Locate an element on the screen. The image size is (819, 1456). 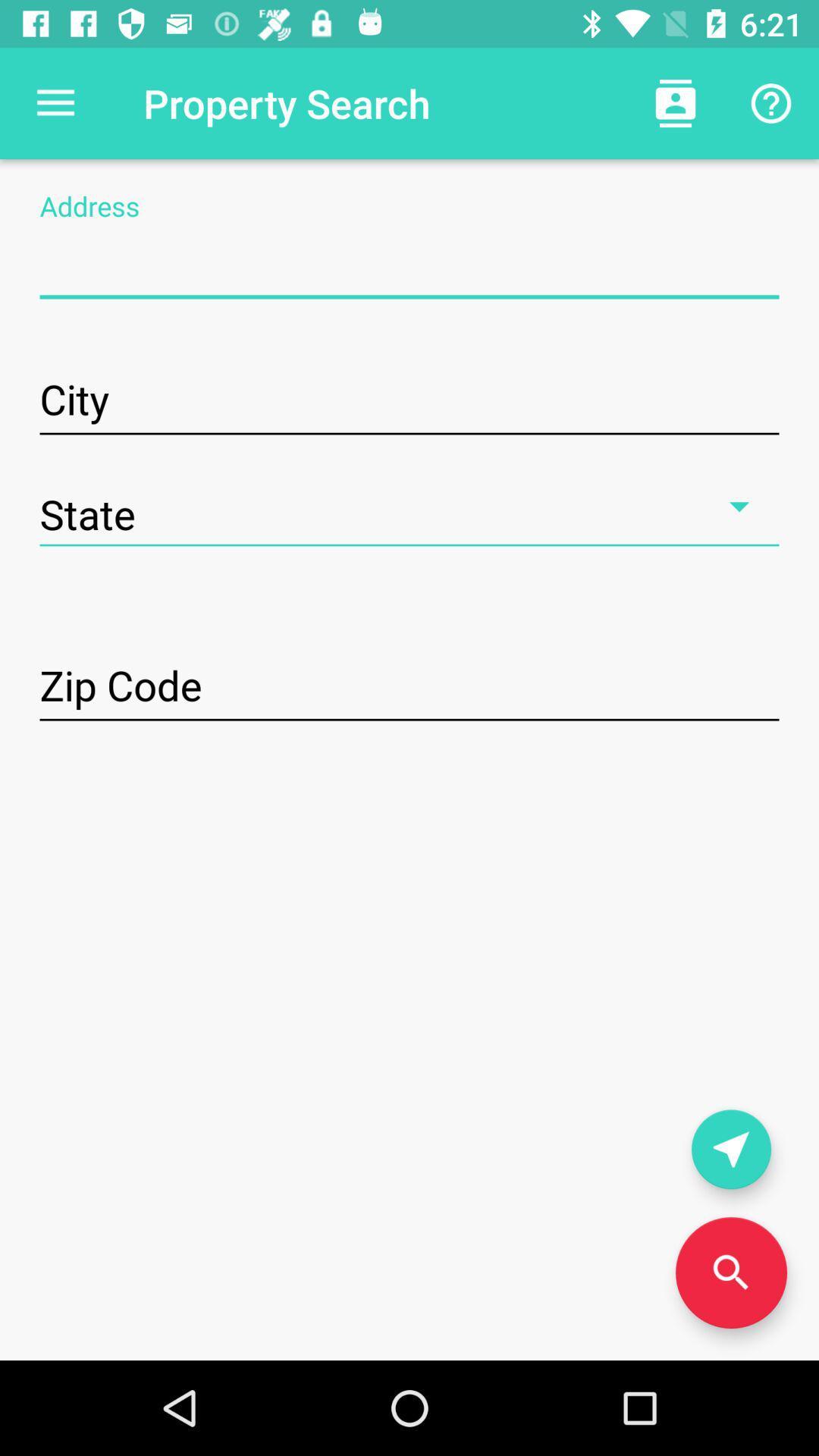
the search icon is located at coordinates (730, 1272).